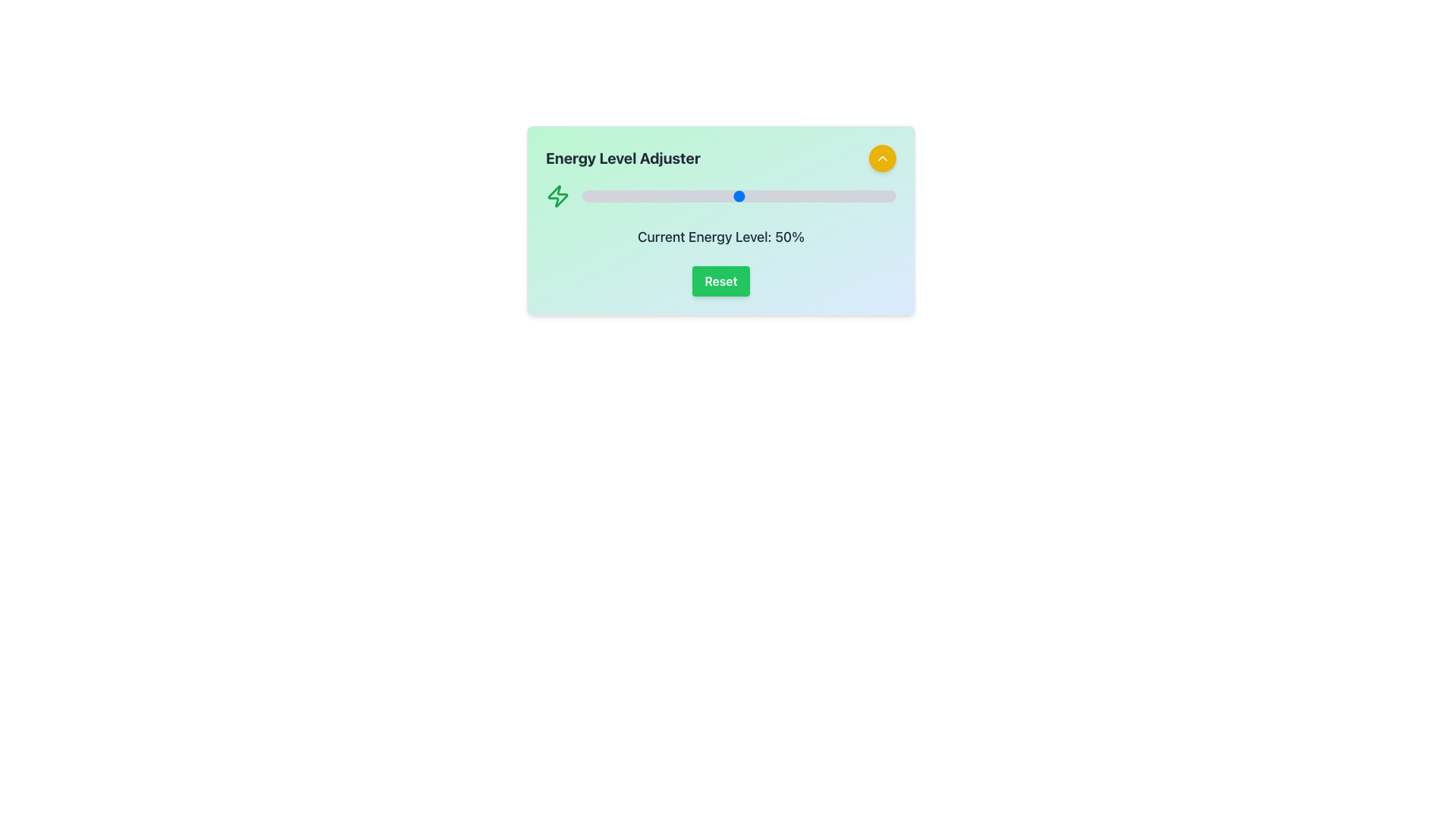  I want to click on the energy level, so click(739, 195).